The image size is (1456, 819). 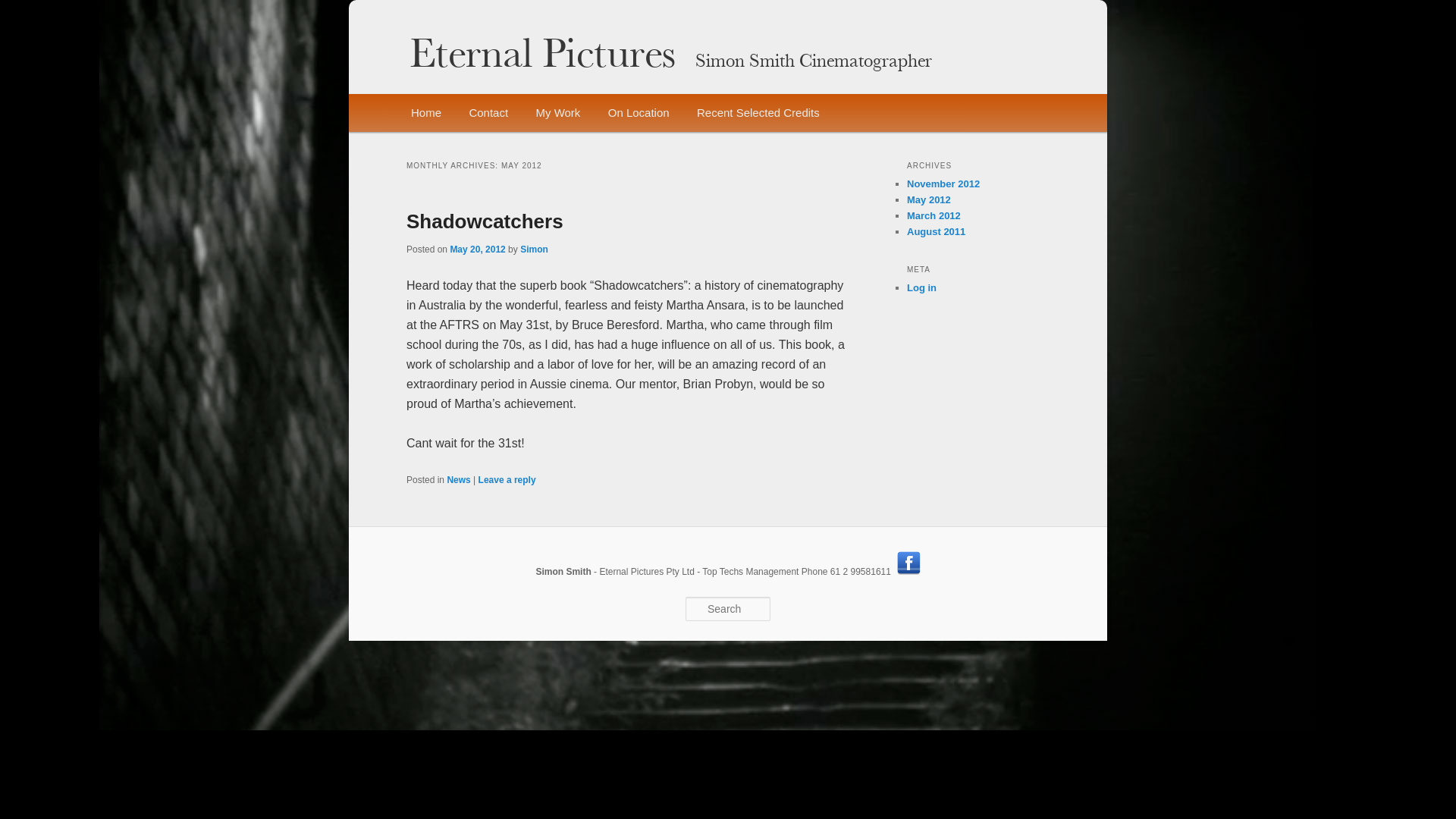 I want to click on 'Search', so click(x=24, y=8).